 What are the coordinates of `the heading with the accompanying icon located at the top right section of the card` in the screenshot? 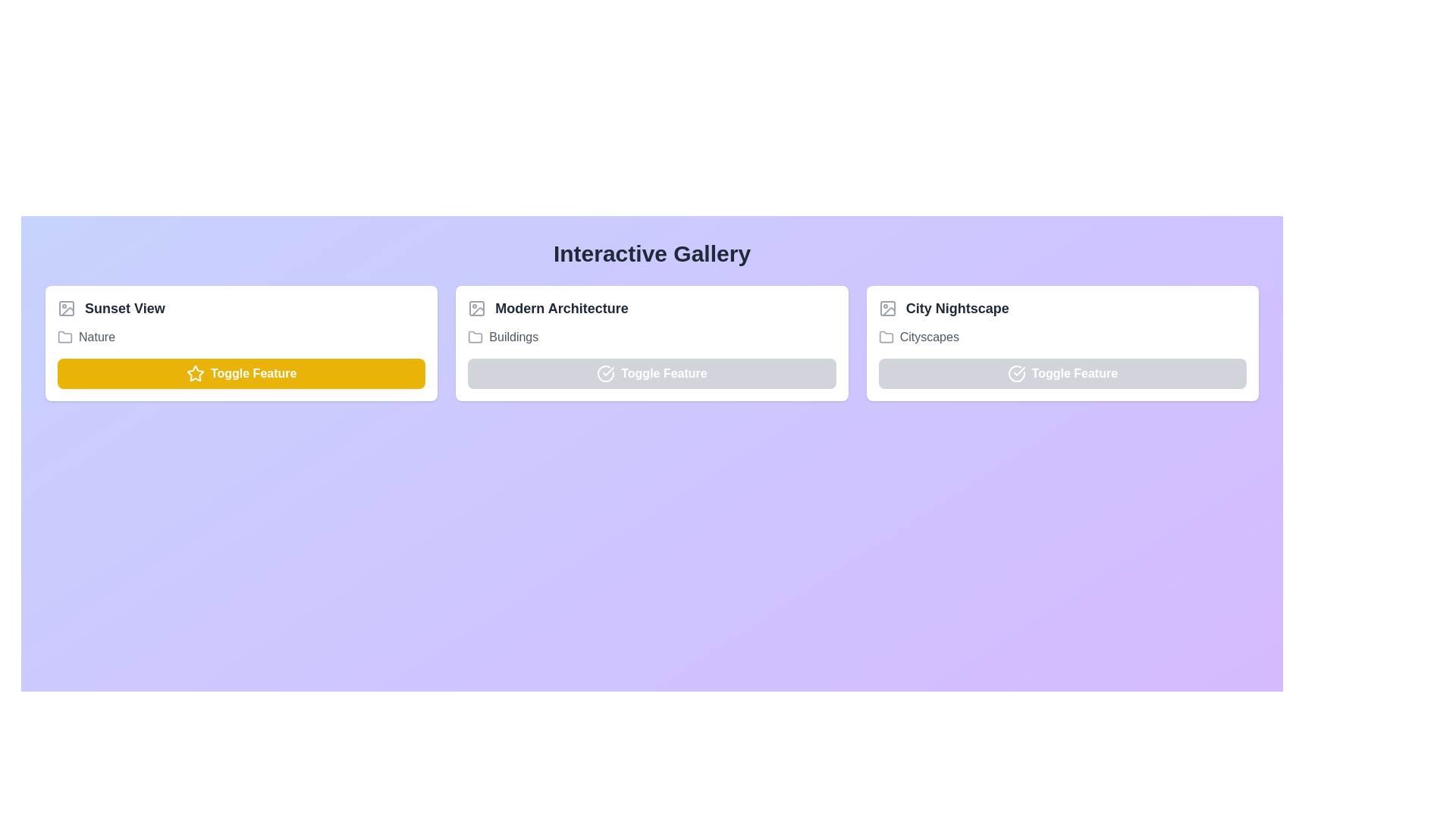 It's located at (1062, 308).